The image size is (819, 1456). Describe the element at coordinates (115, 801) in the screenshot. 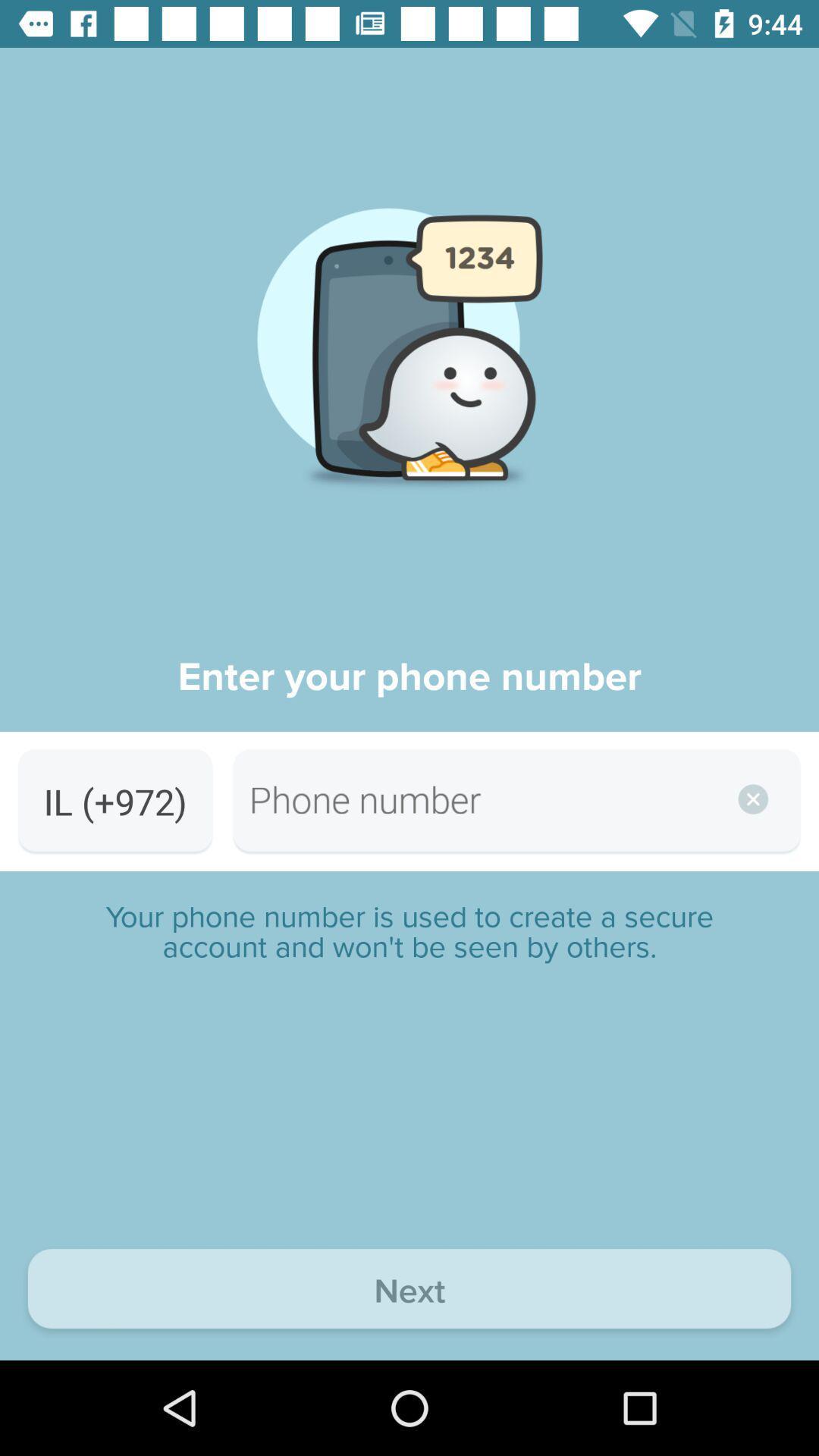

I see `the icon above your phone number item` at that location.